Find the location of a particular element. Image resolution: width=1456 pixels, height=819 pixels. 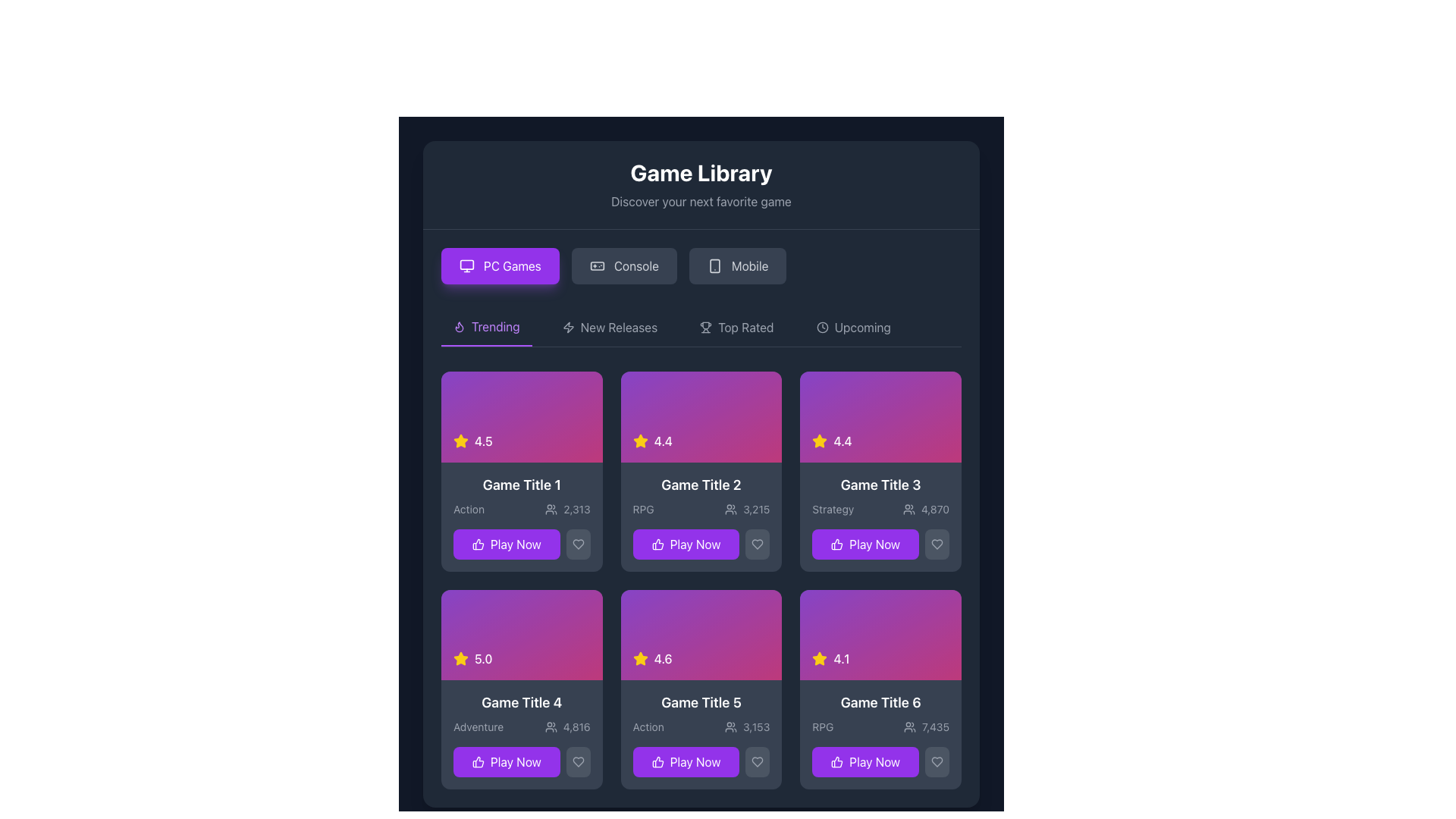

the highlighted 'Mobile' button in the Navigation menu located below the header 'Game Library' to filter content by mobile games is located at coordinates (701, 265).